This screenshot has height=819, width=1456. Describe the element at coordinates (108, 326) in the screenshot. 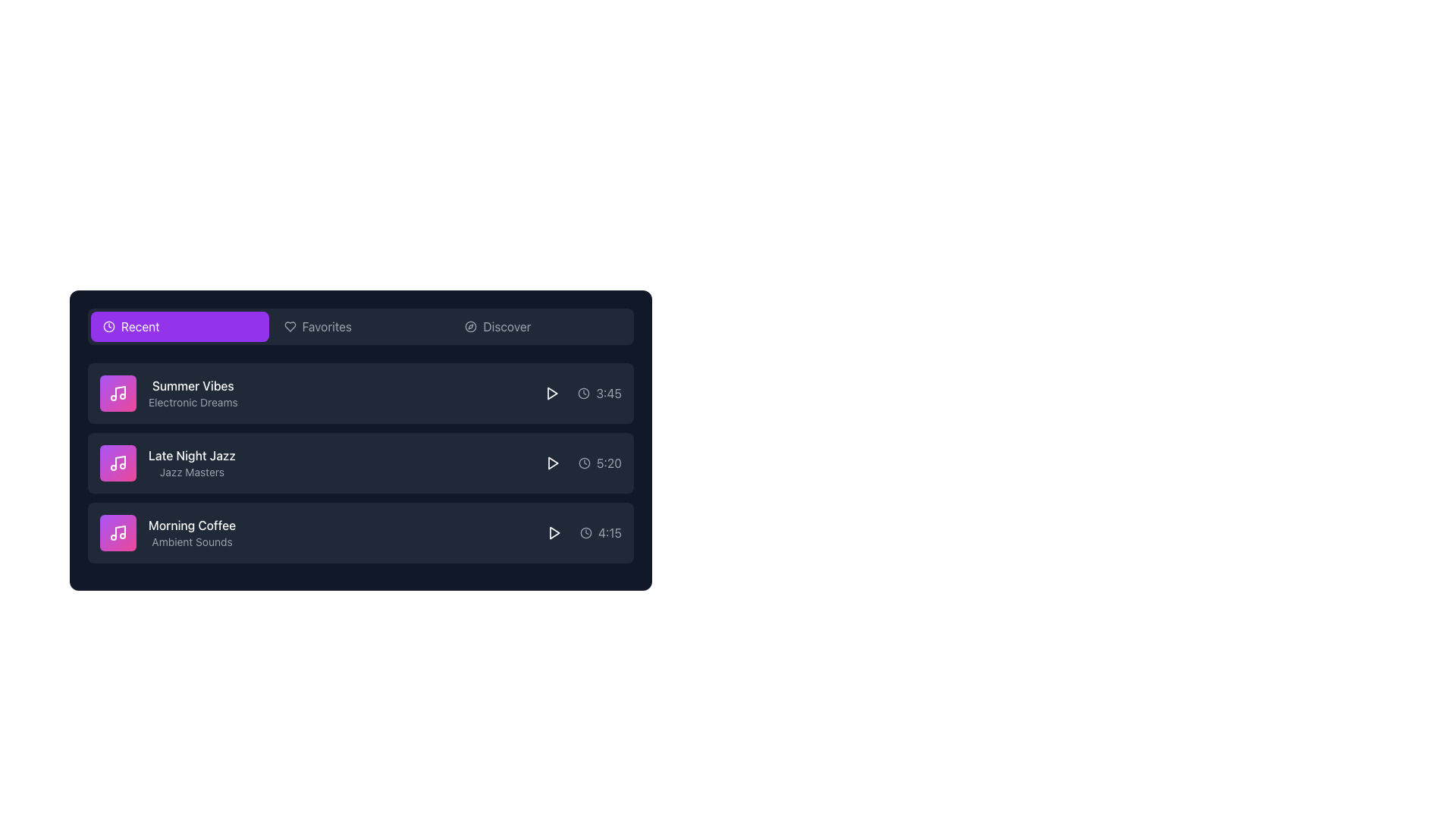

I see `the clock icon located at the top-left corner of the 'Recent' button in the horizontal navigation bar` at that location.